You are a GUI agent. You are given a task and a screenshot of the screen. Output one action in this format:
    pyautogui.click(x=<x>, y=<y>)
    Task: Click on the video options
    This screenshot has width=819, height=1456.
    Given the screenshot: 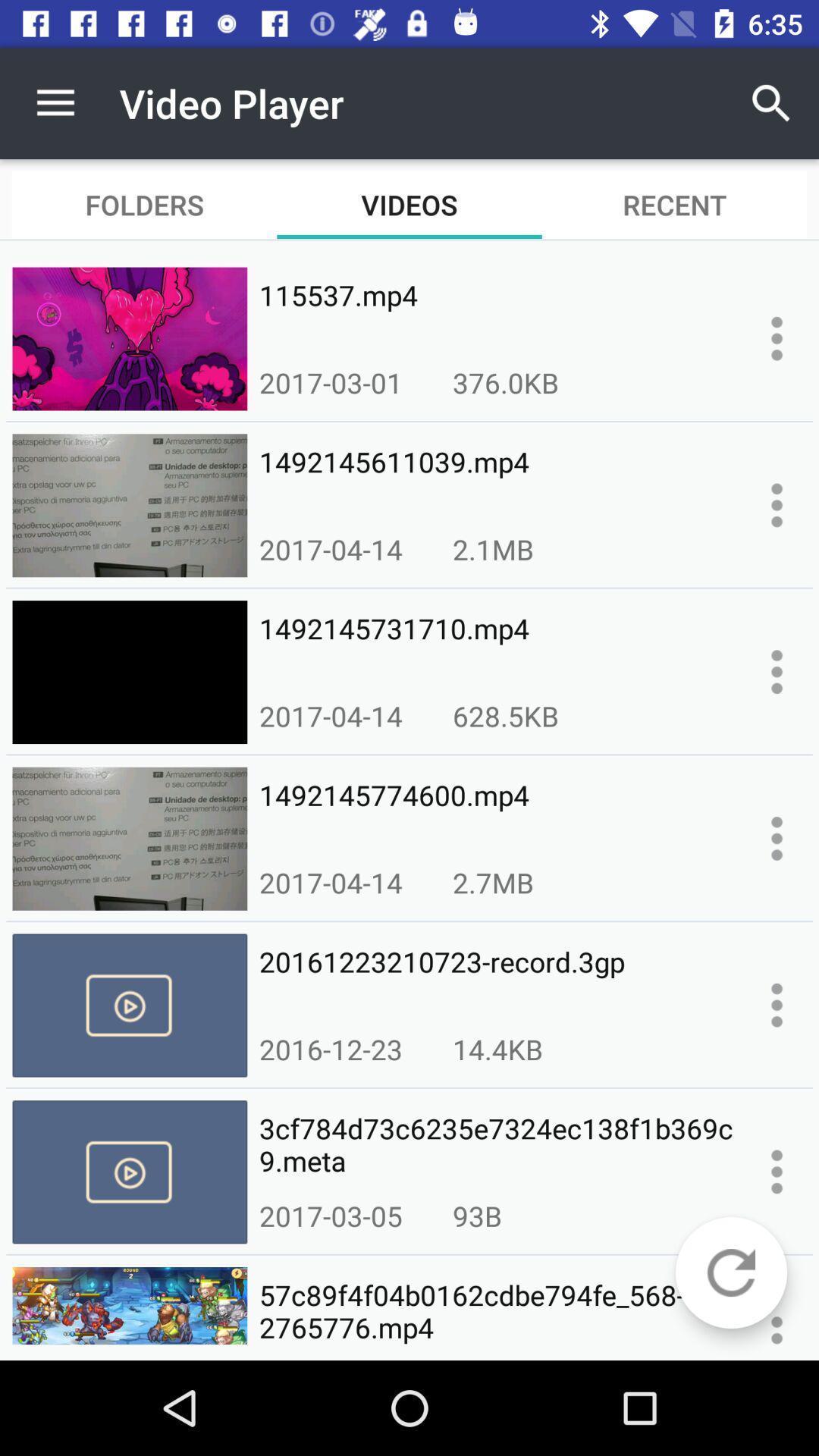 What is the action you would take?
    pyautogui.click(x=777, y=1171)
    